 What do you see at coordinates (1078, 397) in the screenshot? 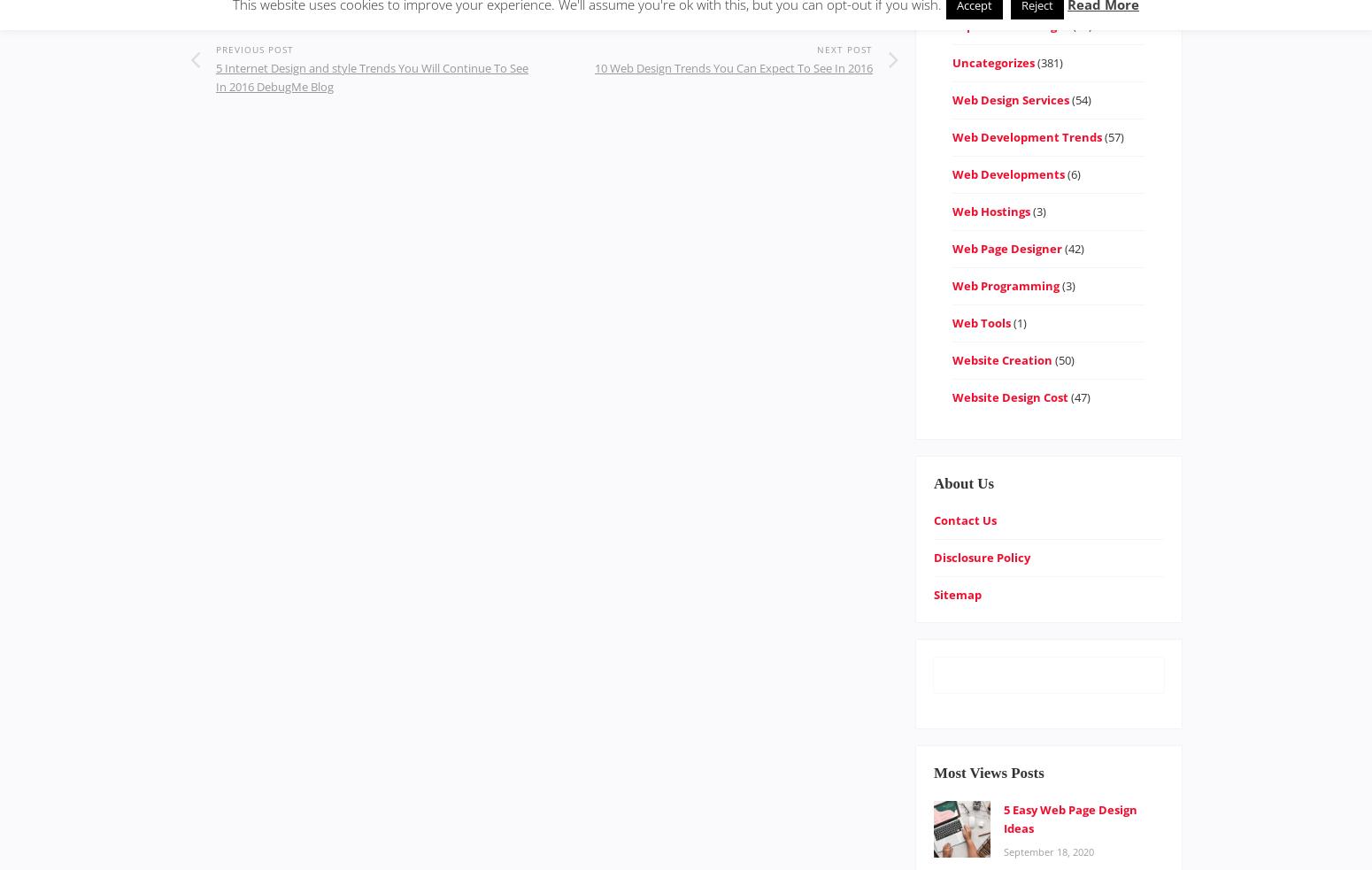
I see `'(47)'` at bounding box center [1078, 397].